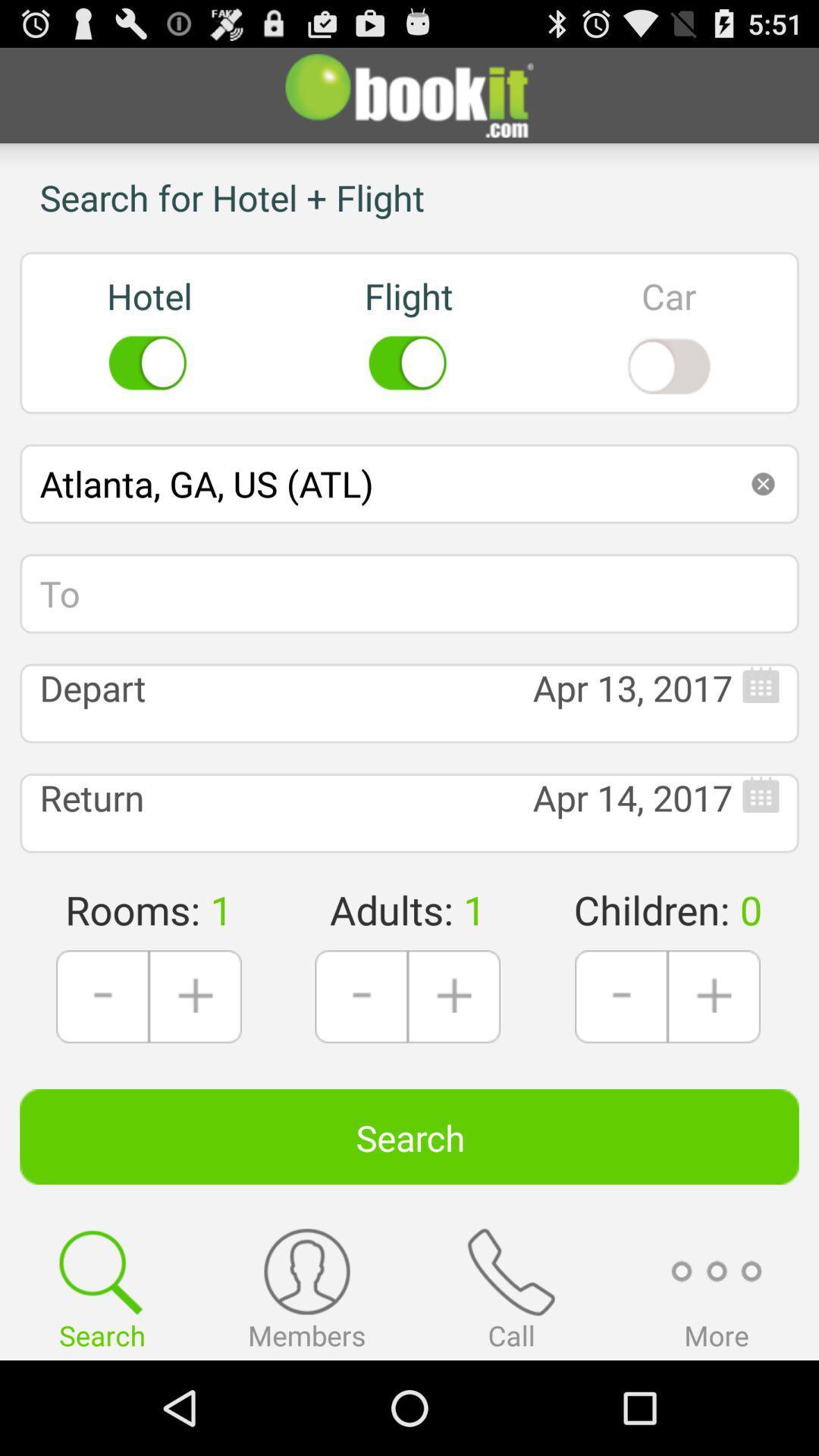  Describe the element at coordinates (409, 94) in the screenshot. I see `the icon above search for hotel app` at that location.